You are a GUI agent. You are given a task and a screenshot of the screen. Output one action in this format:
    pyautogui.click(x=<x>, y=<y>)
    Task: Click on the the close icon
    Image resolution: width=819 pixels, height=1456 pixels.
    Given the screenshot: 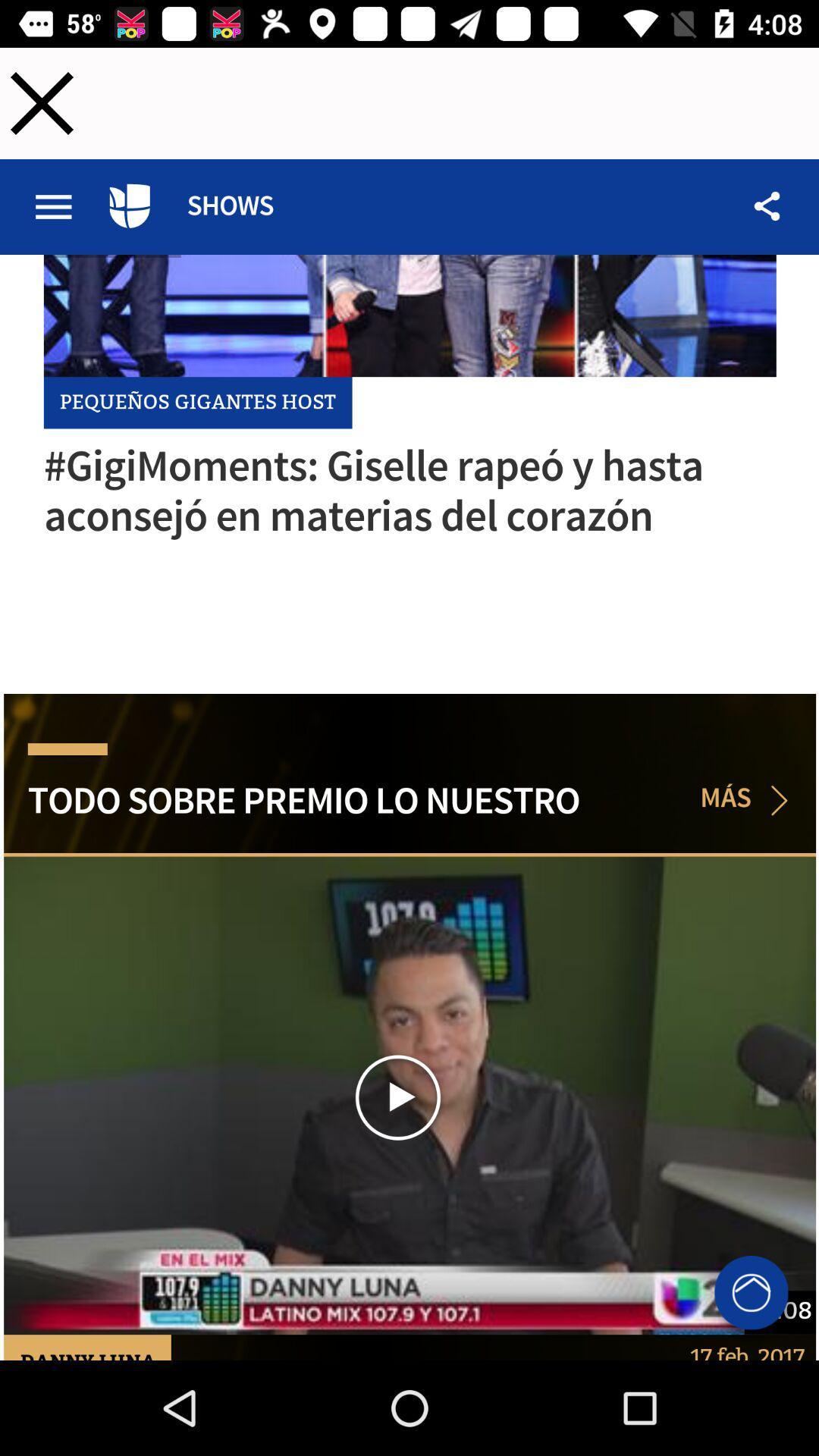 What is the action you would take?
    pyautogui.click(x=41, y=102)
    